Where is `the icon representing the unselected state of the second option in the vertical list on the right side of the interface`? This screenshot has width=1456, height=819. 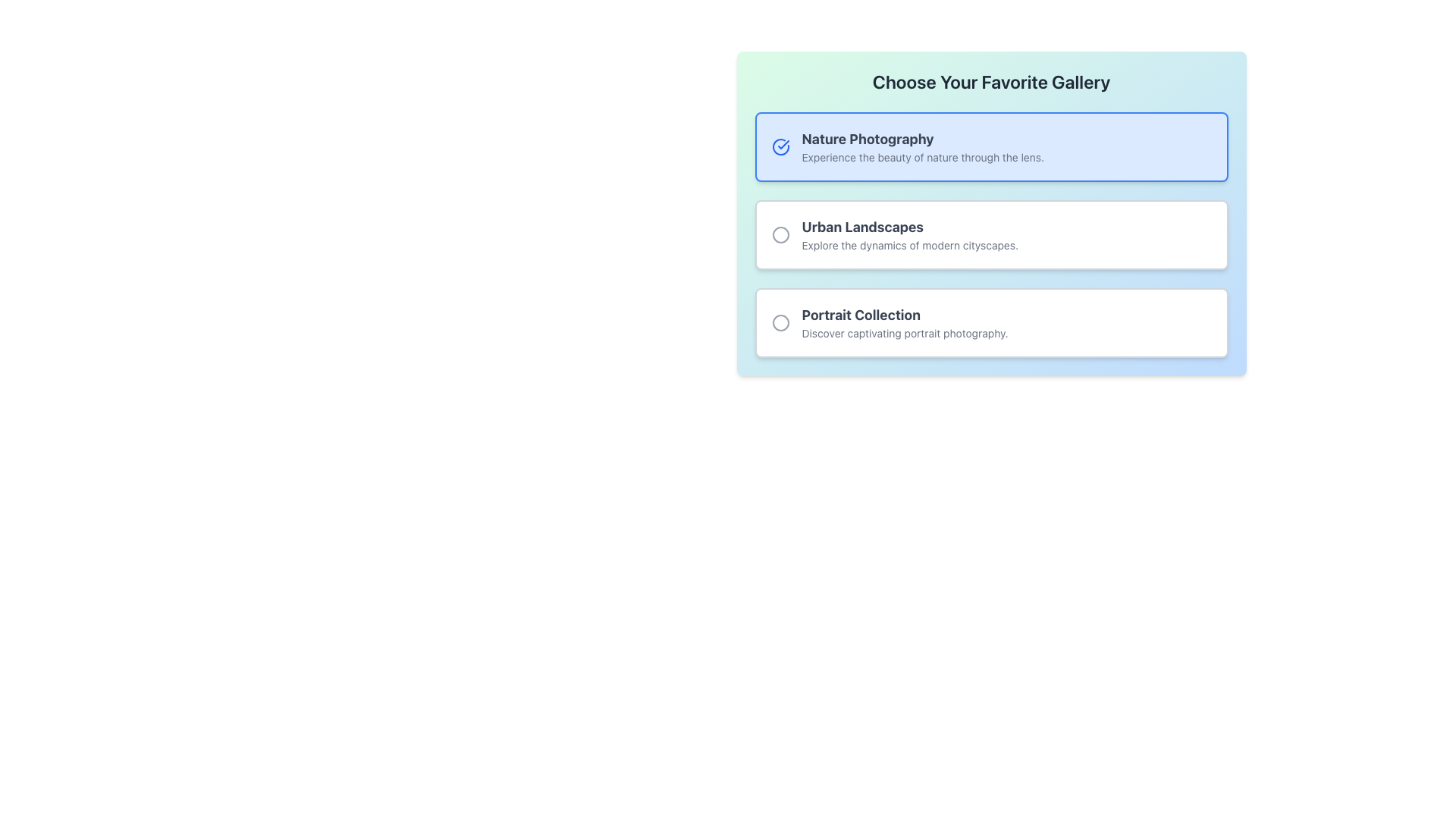
the icon representing the unselected state of the second option in the vertical list on the right side of the interface is located at coordinates (780, 234).